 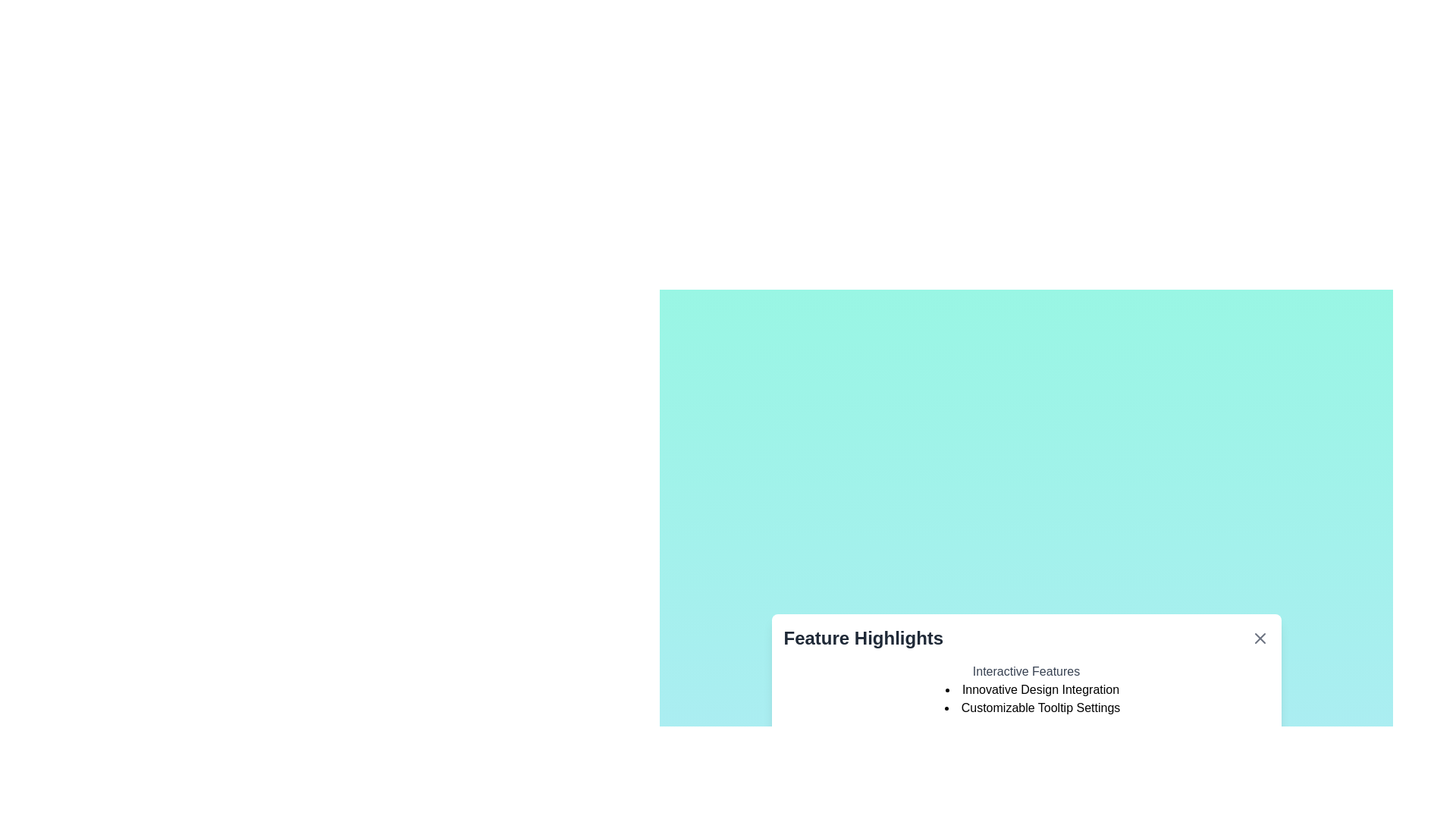 What do you see at coordinates (1031, 690) in the screenshot?
I see `the static text 'Innovative Design Integration' which is the first item in the bulleted list under 'Interactive Features' in the 'Feature Highlights' section` at bounding box center [1031, 690].